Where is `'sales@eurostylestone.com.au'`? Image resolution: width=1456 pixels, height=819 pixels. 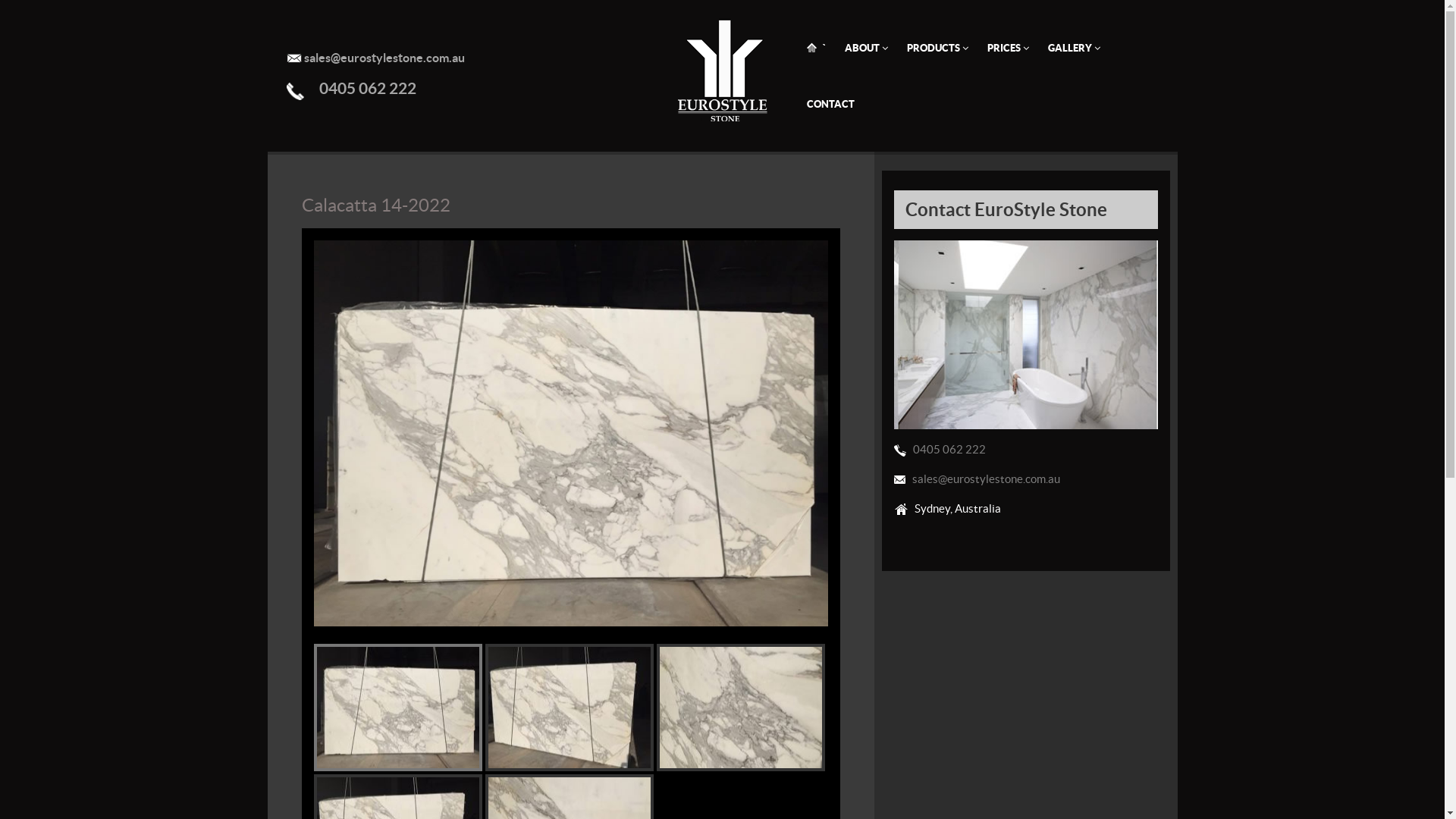 'sales@eurostylestone.com.au' is located at coordinates (383, 56).